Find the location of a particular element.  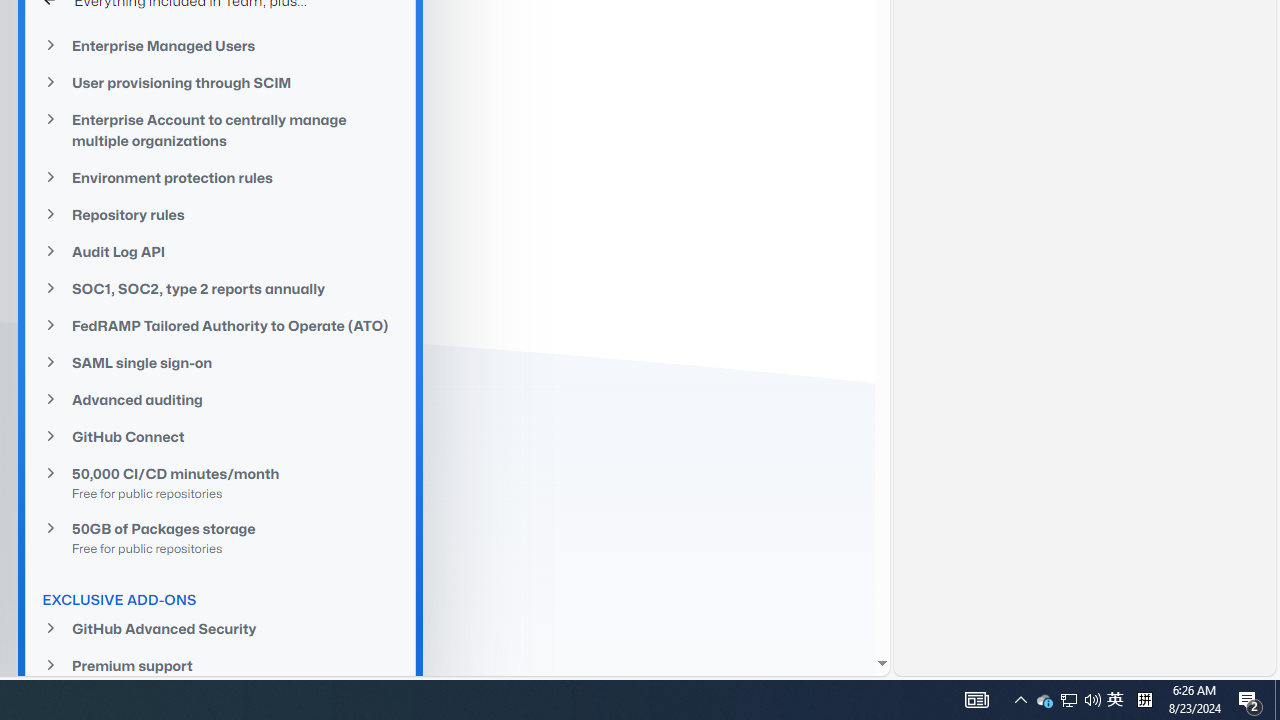

'Audit Log API' is located at coordinates (220, 250).